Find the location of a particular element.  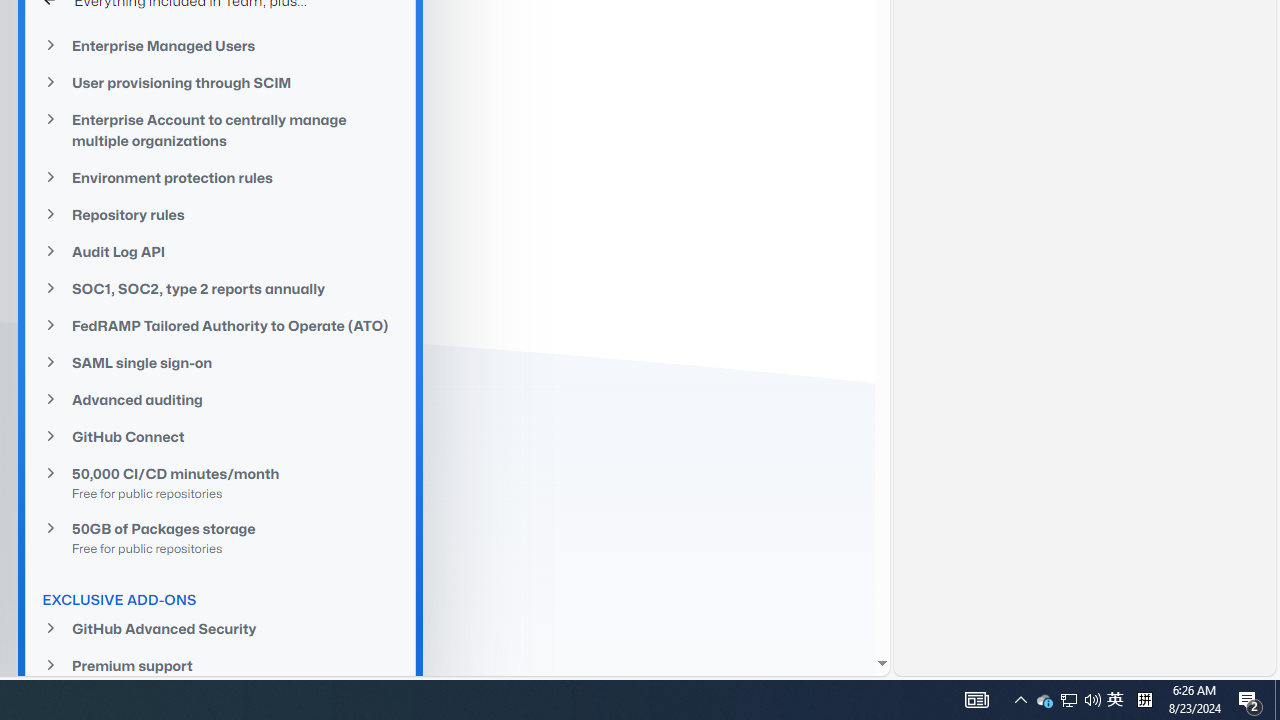

'Audit Log API' is located at coordinates (220, 250).